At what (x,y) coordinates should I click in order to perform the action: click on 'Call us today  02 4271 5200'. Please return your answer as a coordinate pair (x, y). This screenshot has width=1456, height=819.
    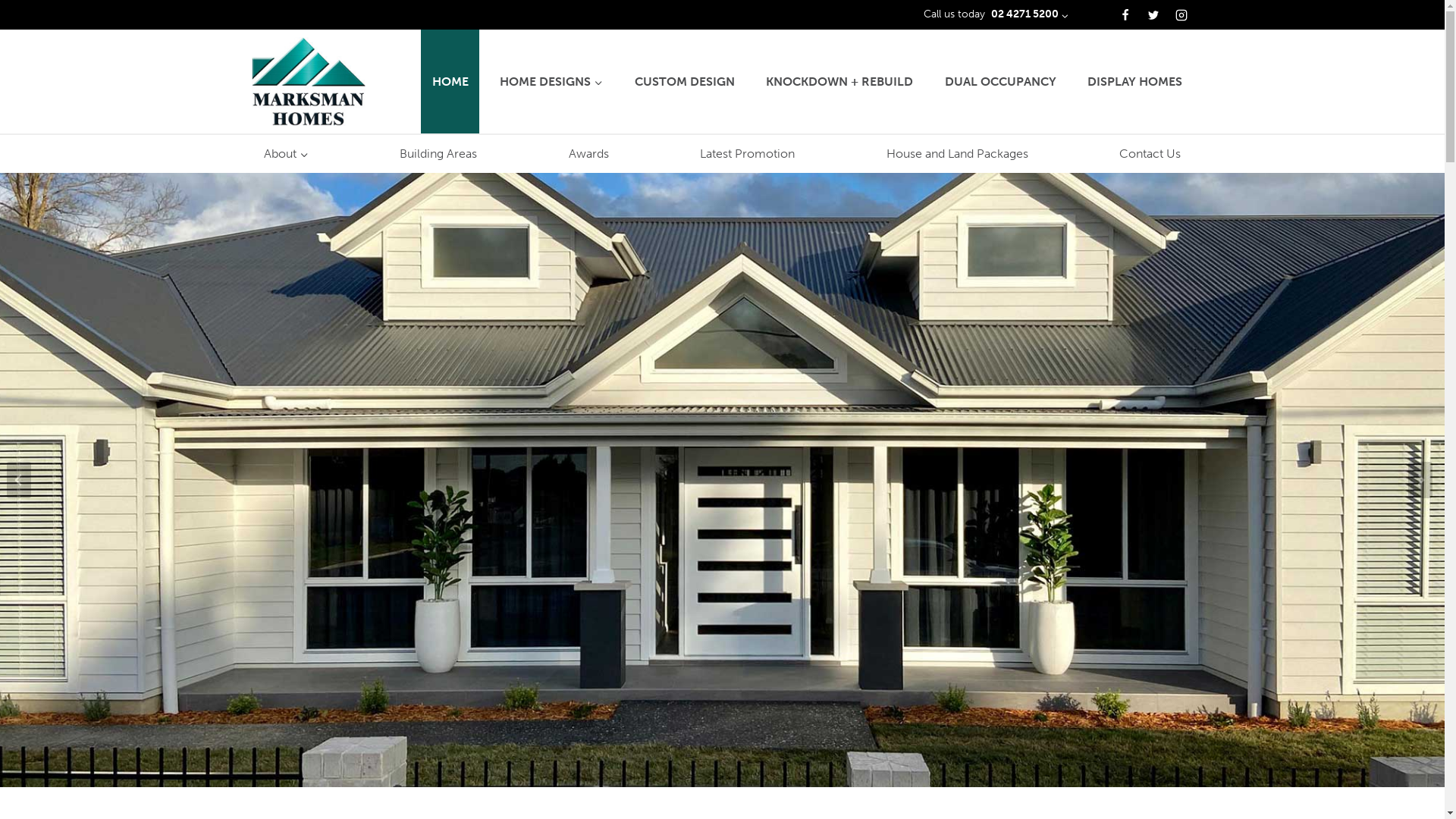
    Looking at the image, I should click on (996, 14).